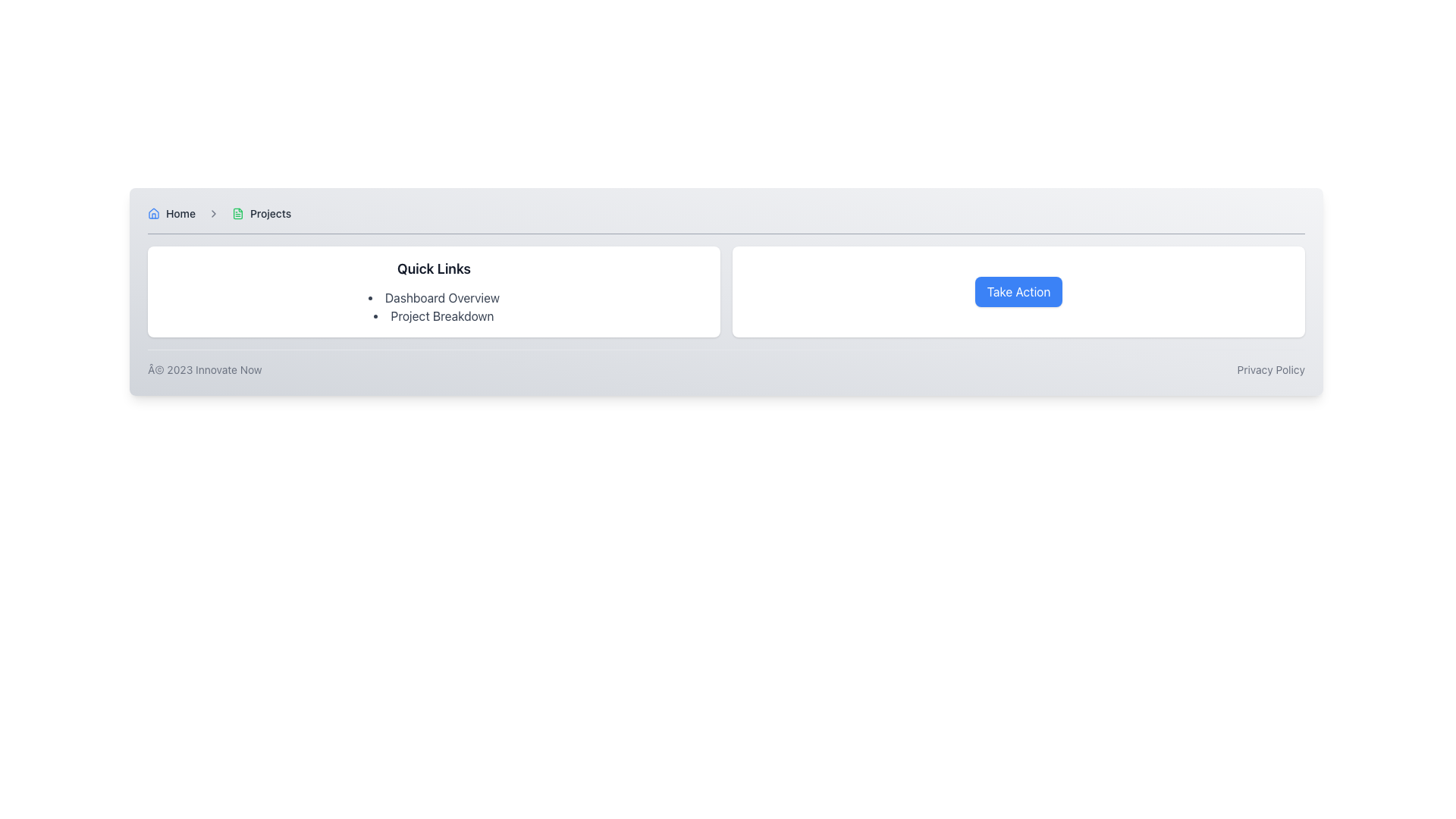 This screenshot has width=1456, height=819. What do you see at coordinates (237, 213) in the screenshot?
I see `the 'Projects' icon in the breadcrumb navigation by moving the cursor to its center point` at bounding box center [237, 213].